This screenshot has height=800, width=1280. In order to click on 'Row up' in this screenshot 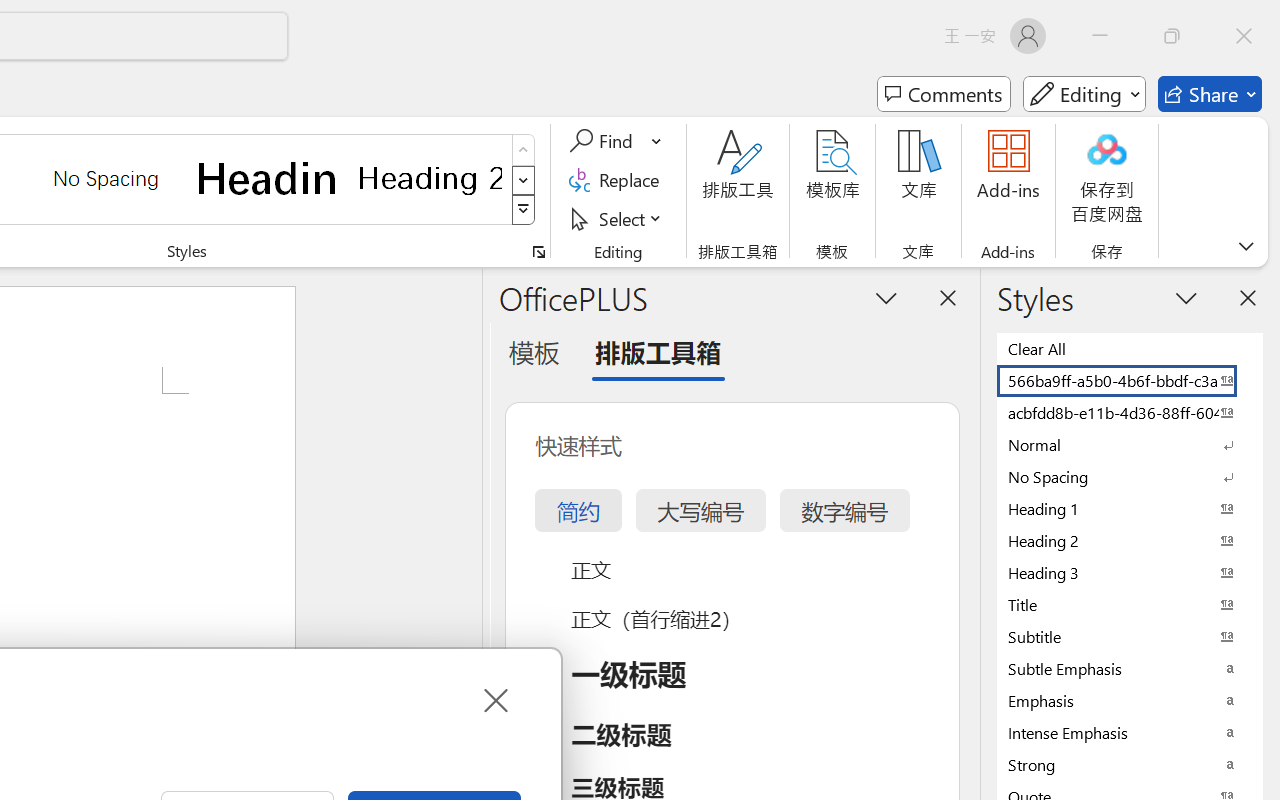, I will do `click(523, 150)`.